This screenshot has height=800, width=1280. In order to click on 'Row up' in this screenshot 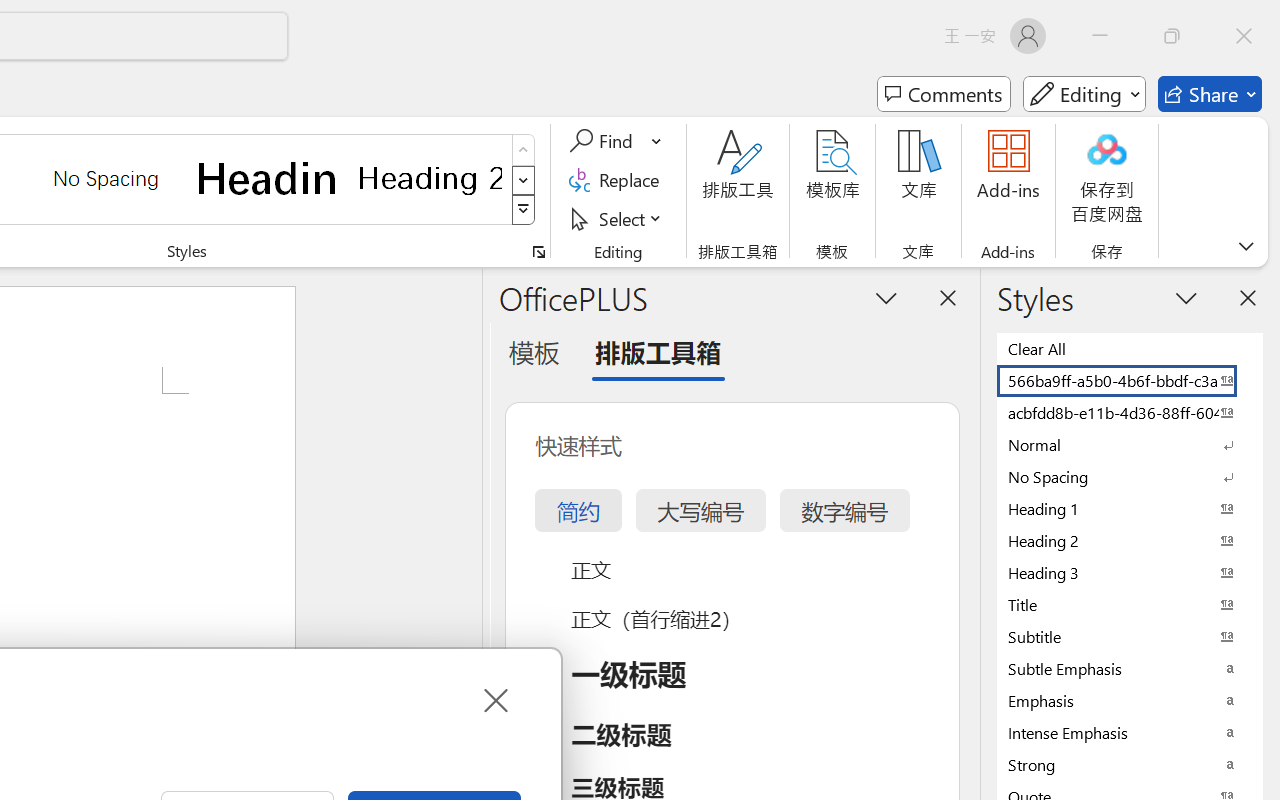, I will do `click(523, 150)`.